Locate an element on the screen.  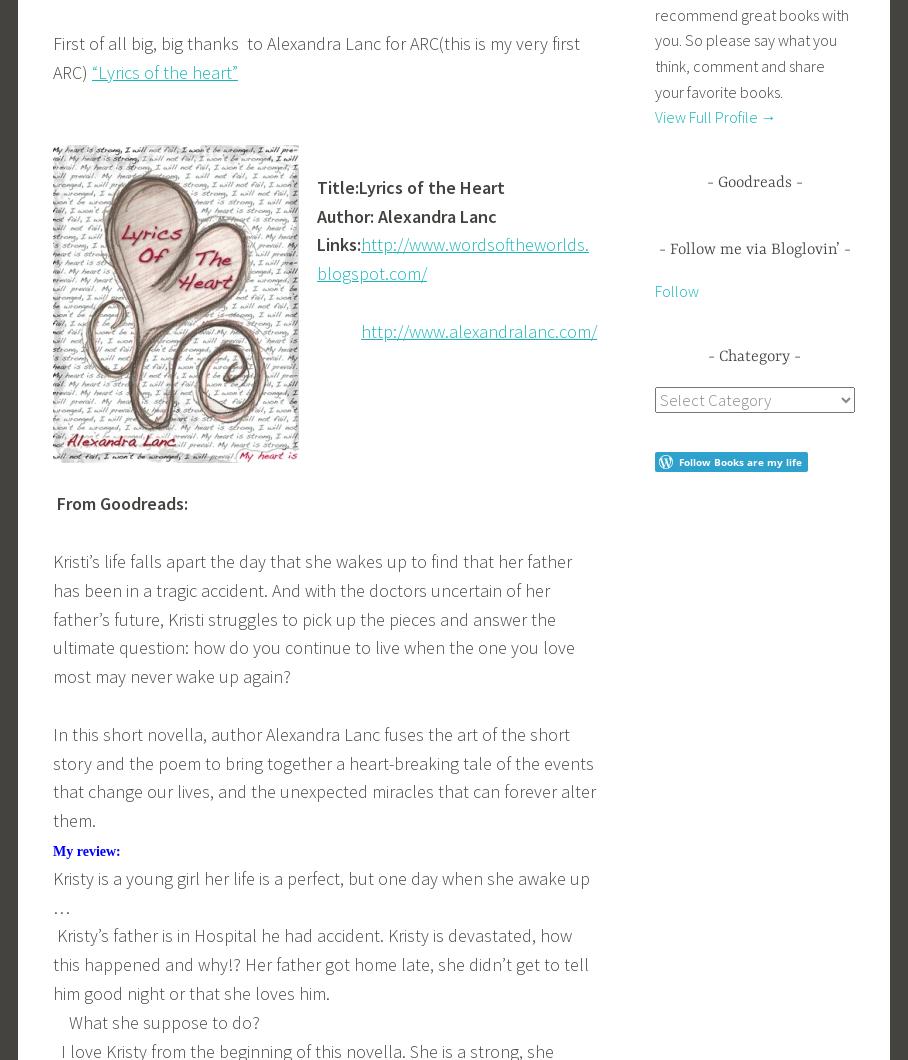
'“Lyrics of the heart”' is located at coordinates (163, 71).